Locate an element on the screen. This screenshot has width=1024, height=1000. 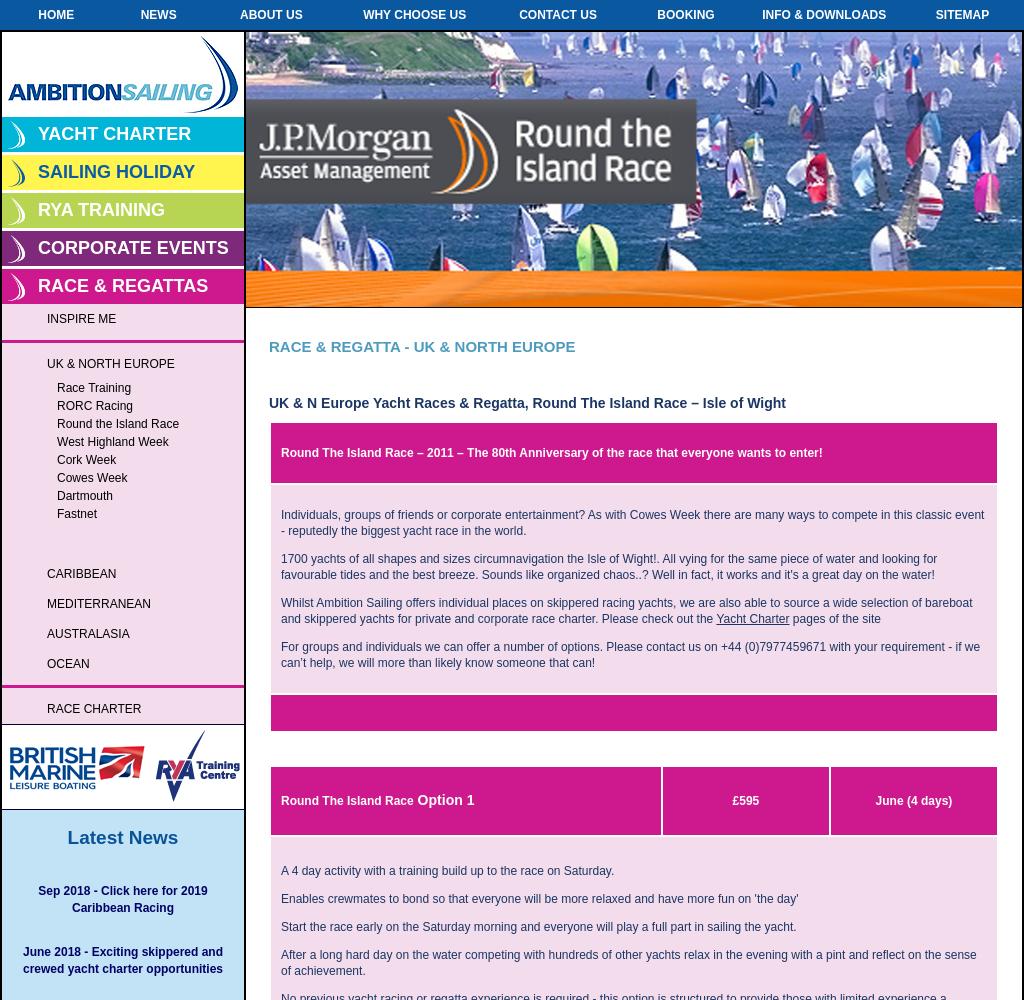
'Whilst  Ambition Sailing offers individual places on skippered racing yachts, we are also able to source a  wide selection of bareboat and skippered yachts for private and corporate race charter.  Please check out the' is located at coordinates (280, 609).